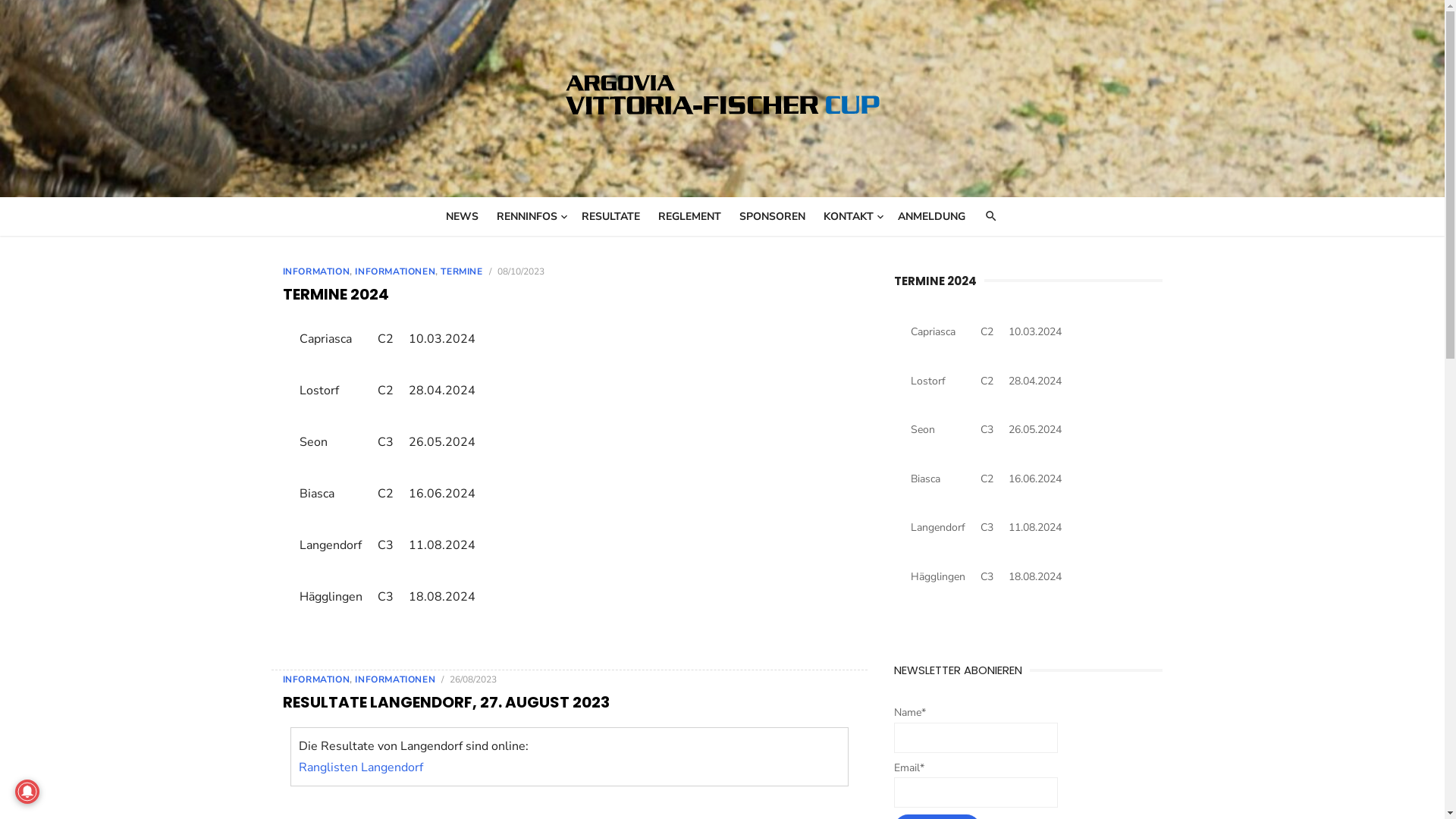  I want to click on 'SPONSOREN', so click(772, 216).